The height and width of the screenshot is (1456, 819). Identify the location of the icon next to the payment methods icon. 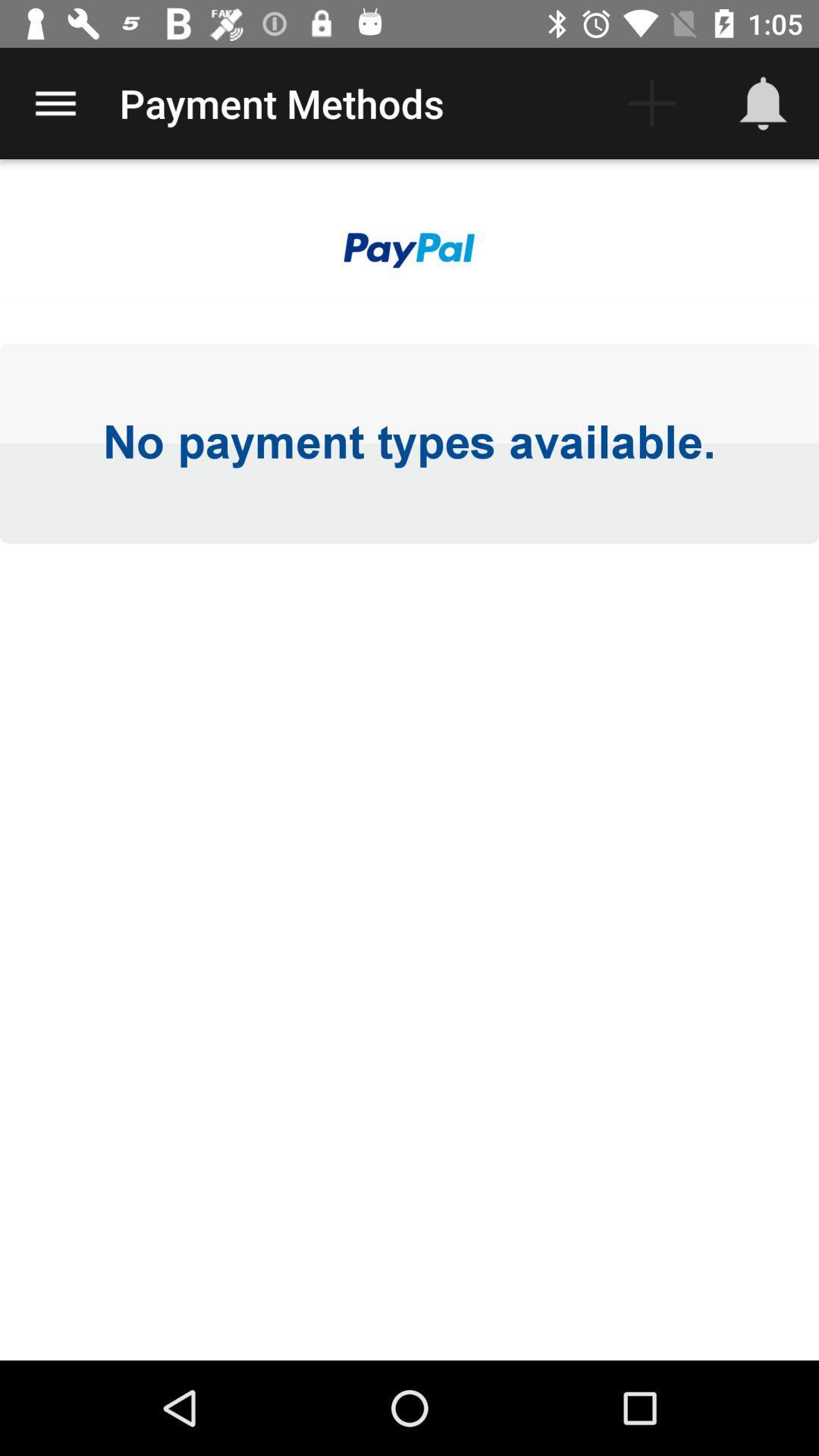
(651, 102).